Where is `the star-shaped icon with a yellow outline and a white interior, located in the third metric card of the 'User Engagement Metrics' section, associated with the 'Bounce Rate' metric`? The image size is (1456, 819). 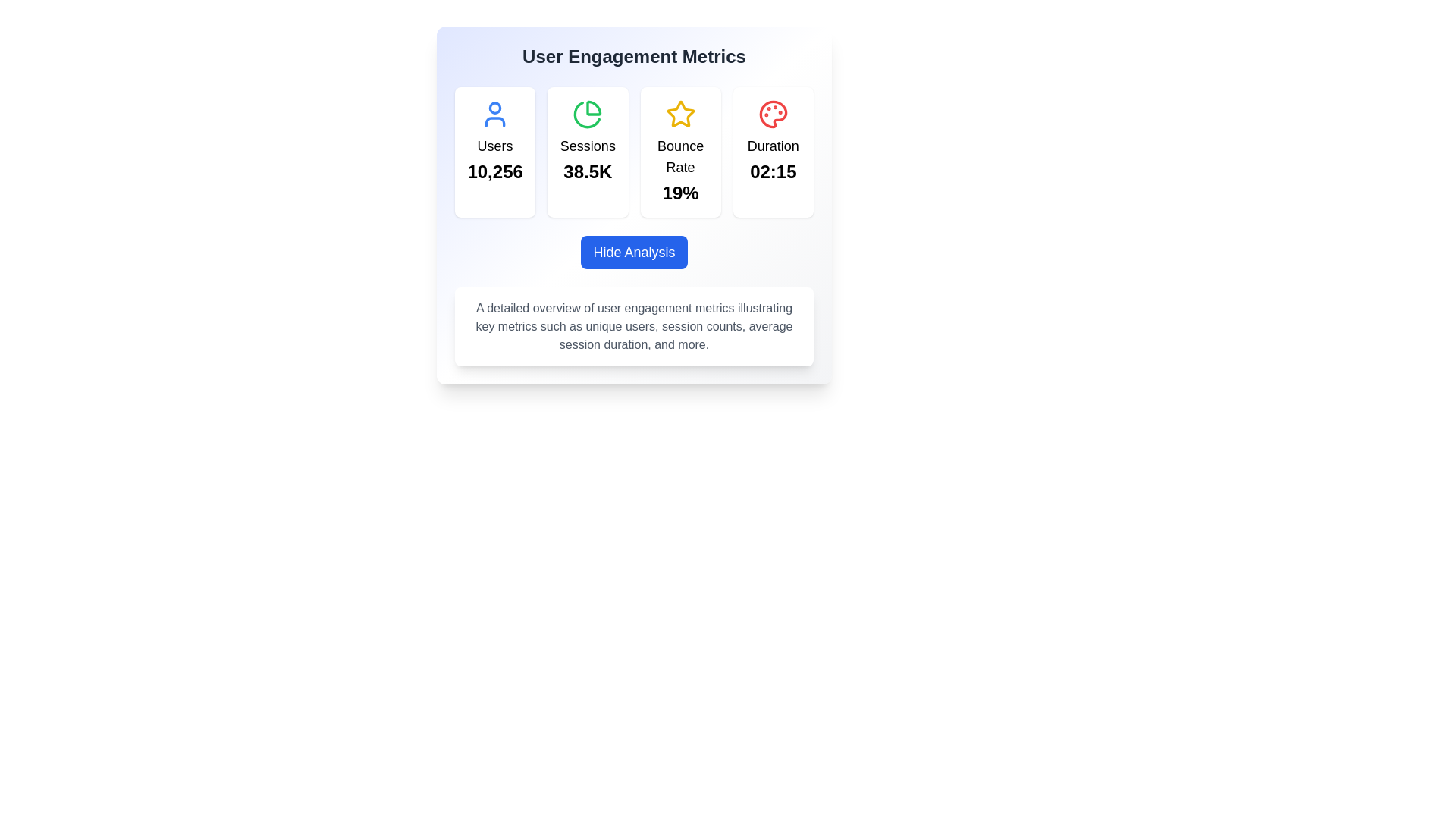 the star-shaped icon with a yellow outline and a white interior, located in the third metric card of the 'User Engagement Metrics' section, associated with the 'Bounce Rate' metric is located at coordinates (679, 113).